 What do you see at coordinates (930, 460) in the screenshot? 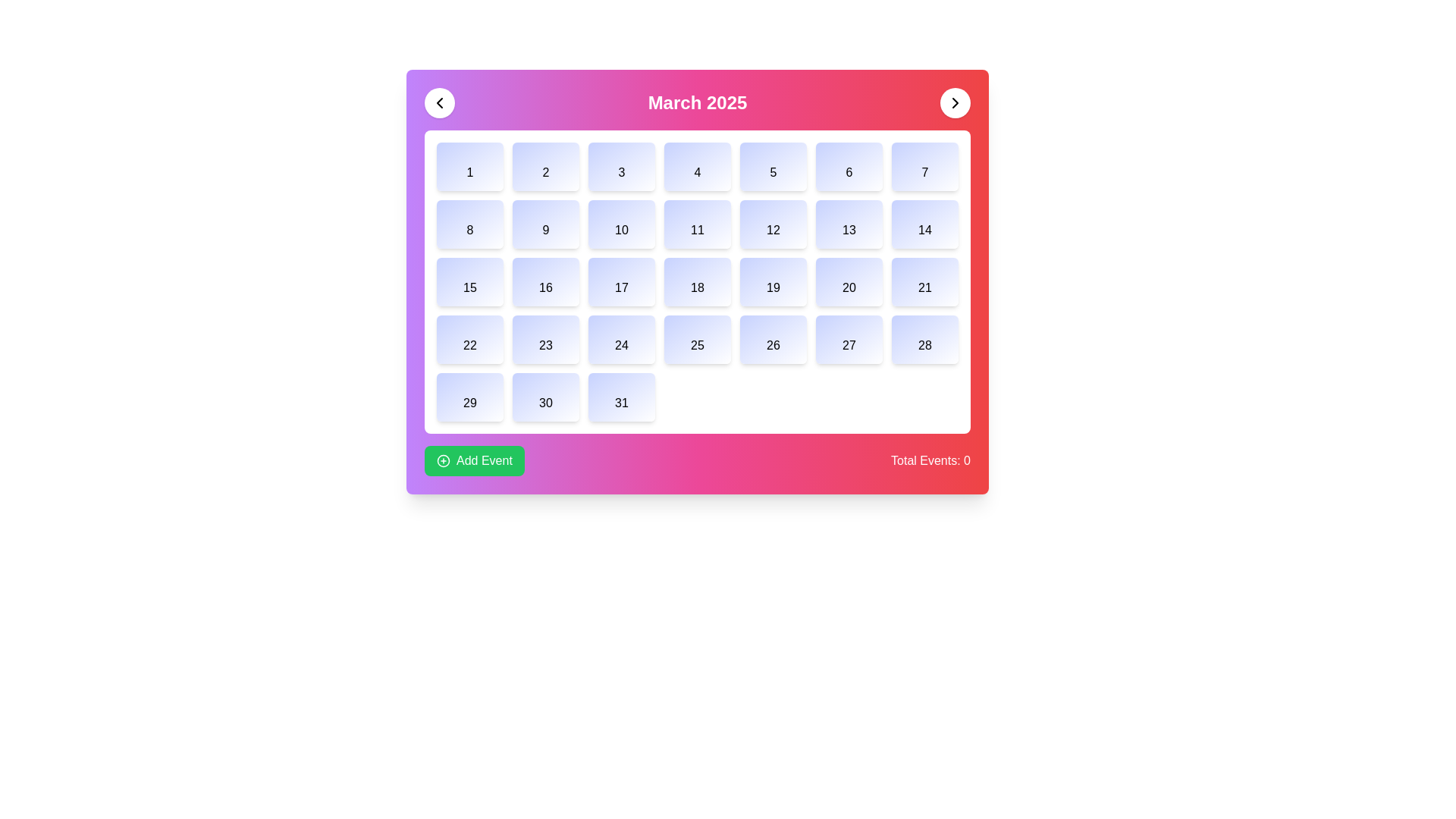
I see `the Text Display showing 'Total Events: 0' on the red button located at the bottom-right corner of the calendar interface` at bounding box center [930, 460].